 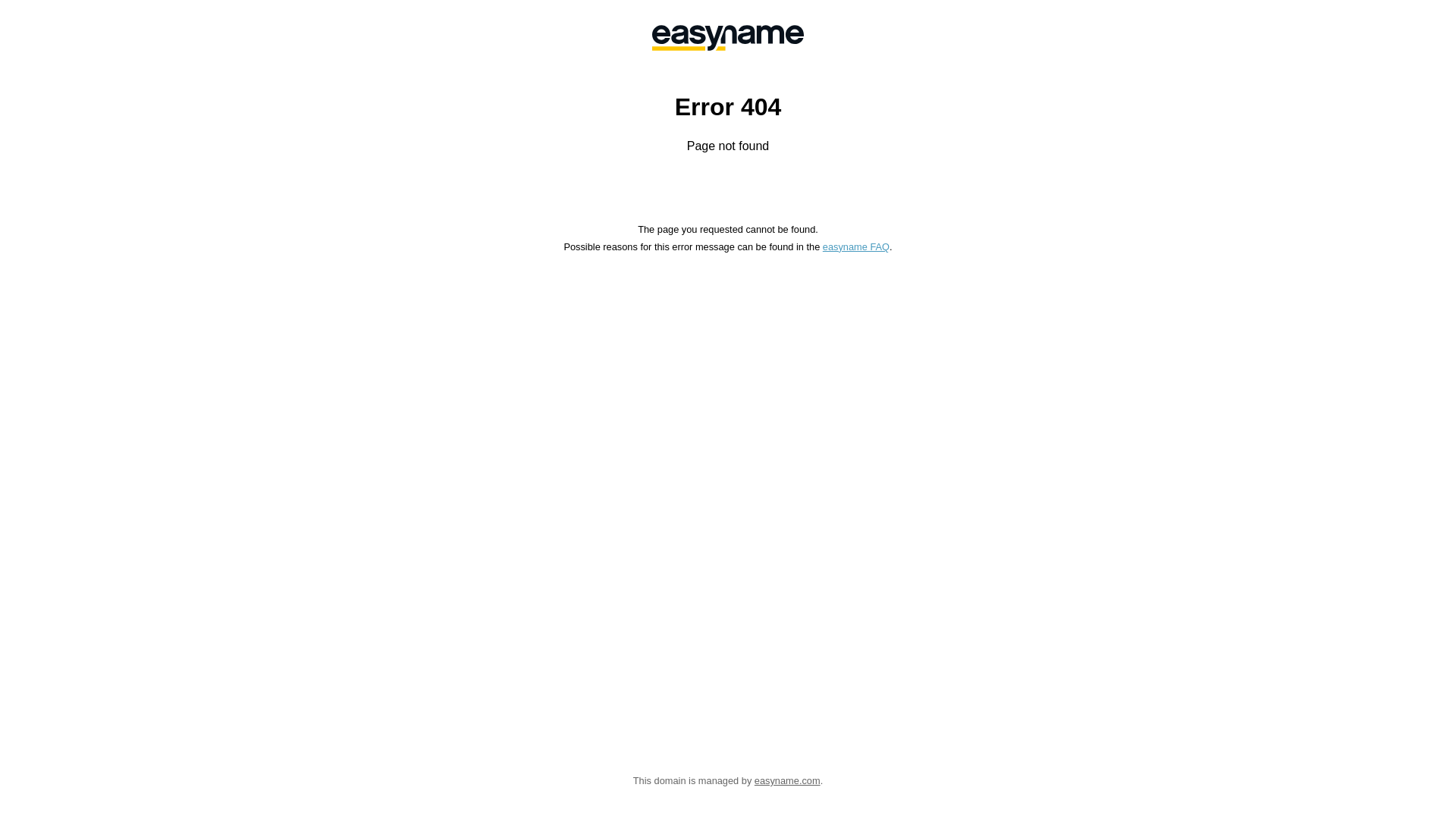 What do you see at coordinates (855, 246) in the screenshot?
I see `'easyname FAQ'` at bounding box center [855, 246].